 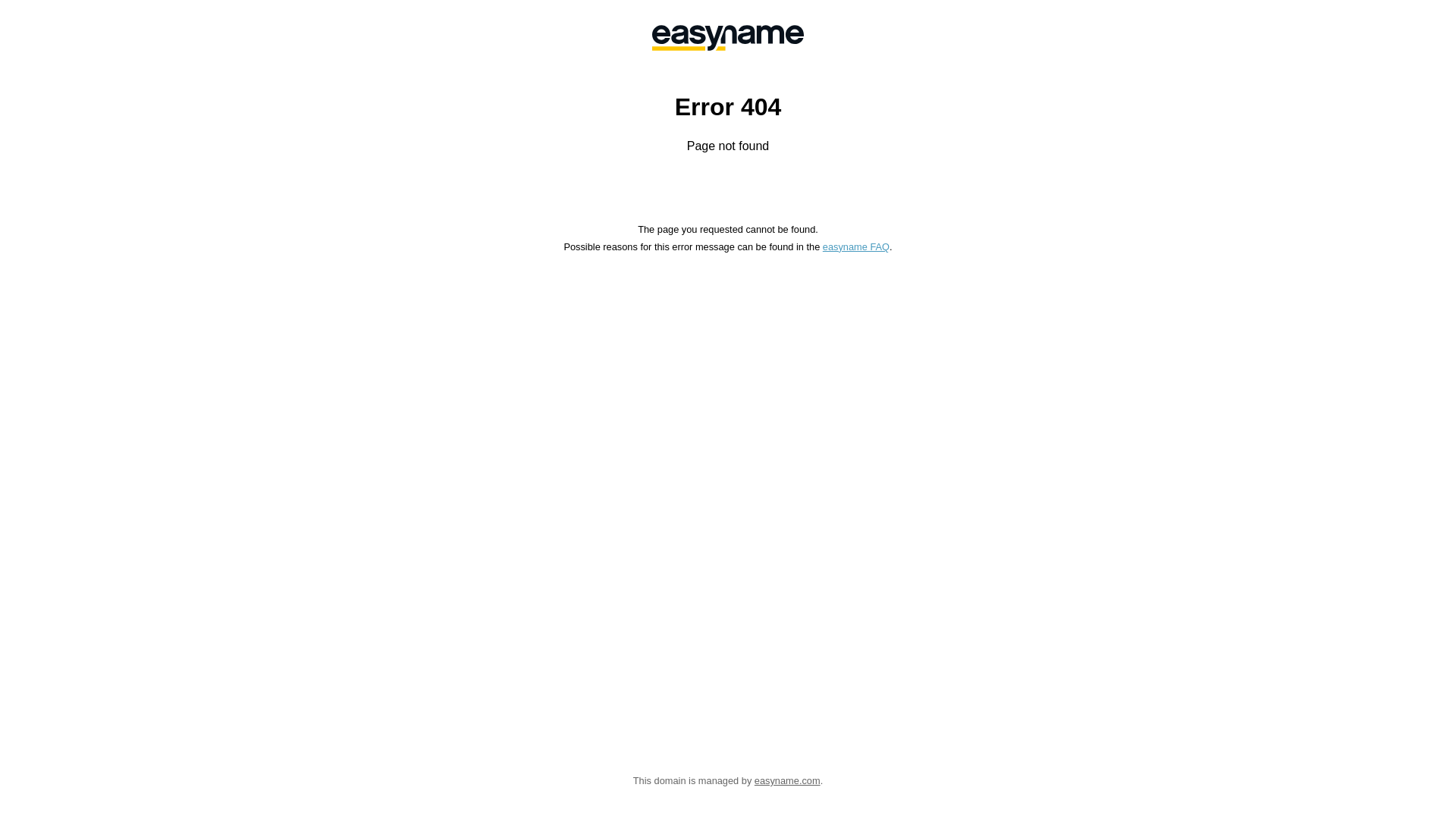 What do you see at coordinates (855, 246) in the screenshot?
I see `'easyname FAQ'` at bounding box center [855, 246].